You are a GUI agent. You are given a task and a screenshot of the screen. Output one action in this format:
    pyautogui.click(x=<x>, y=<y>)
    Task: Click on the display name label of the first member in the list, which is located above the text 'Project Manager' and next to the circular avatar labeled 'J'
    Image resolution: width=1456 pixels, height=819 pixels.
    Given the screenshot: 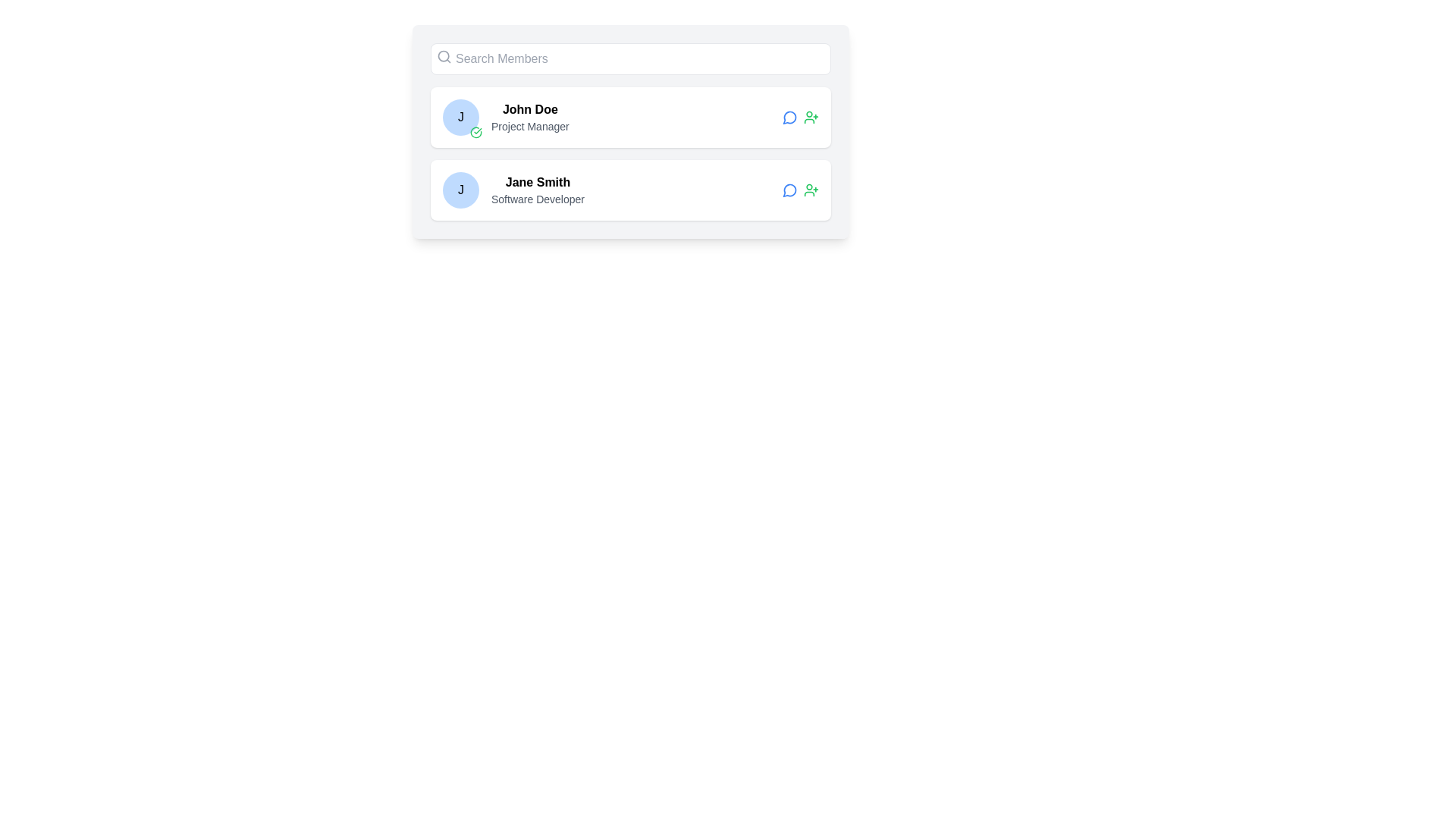 What is the action you would take?
    pyautogui.click(x=530, y=109)
    